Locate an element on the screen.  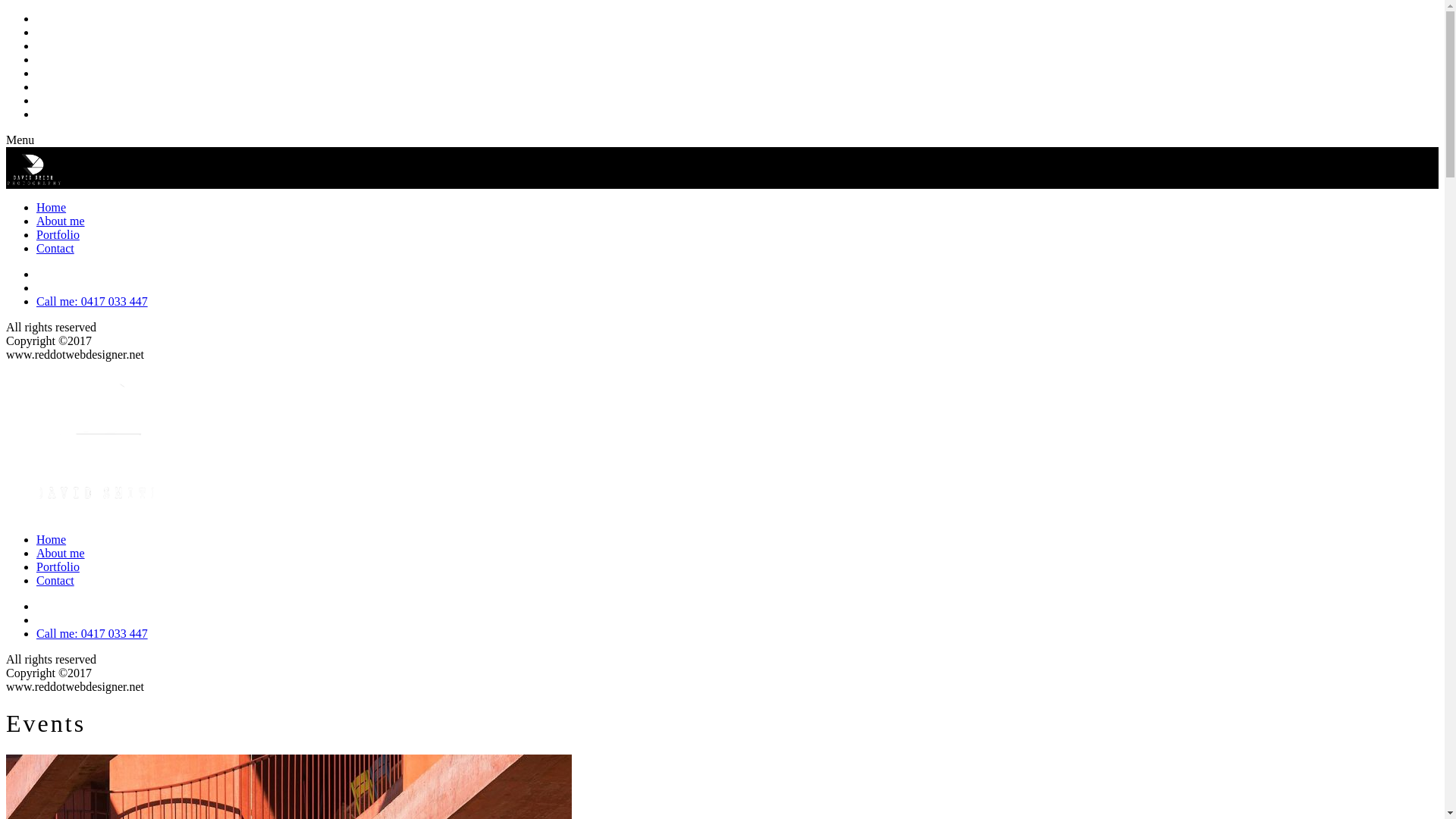
'Home' is located at coordinates (51, 538).